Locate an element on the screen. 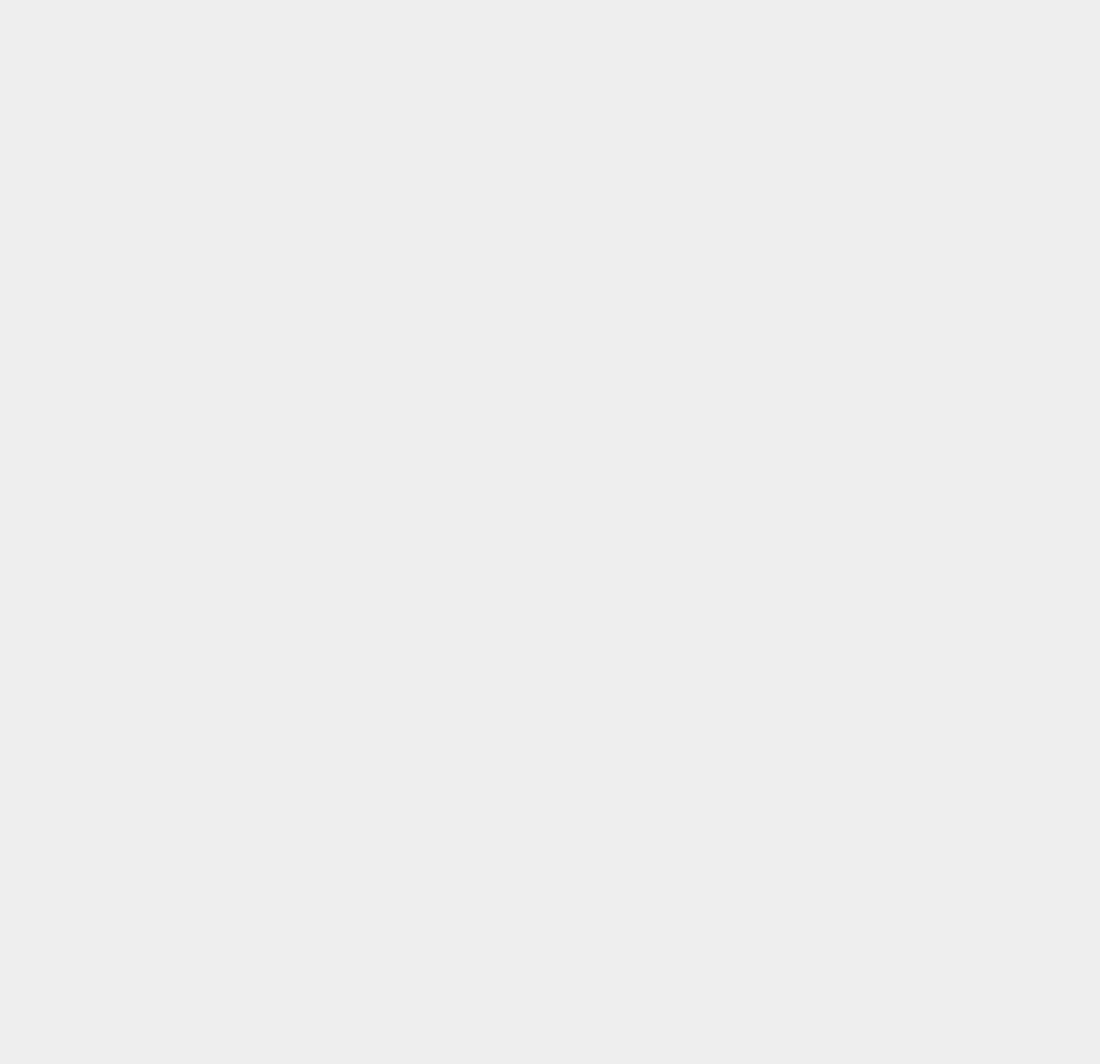  'SEO Tools' is located at coordinates (809, 393).